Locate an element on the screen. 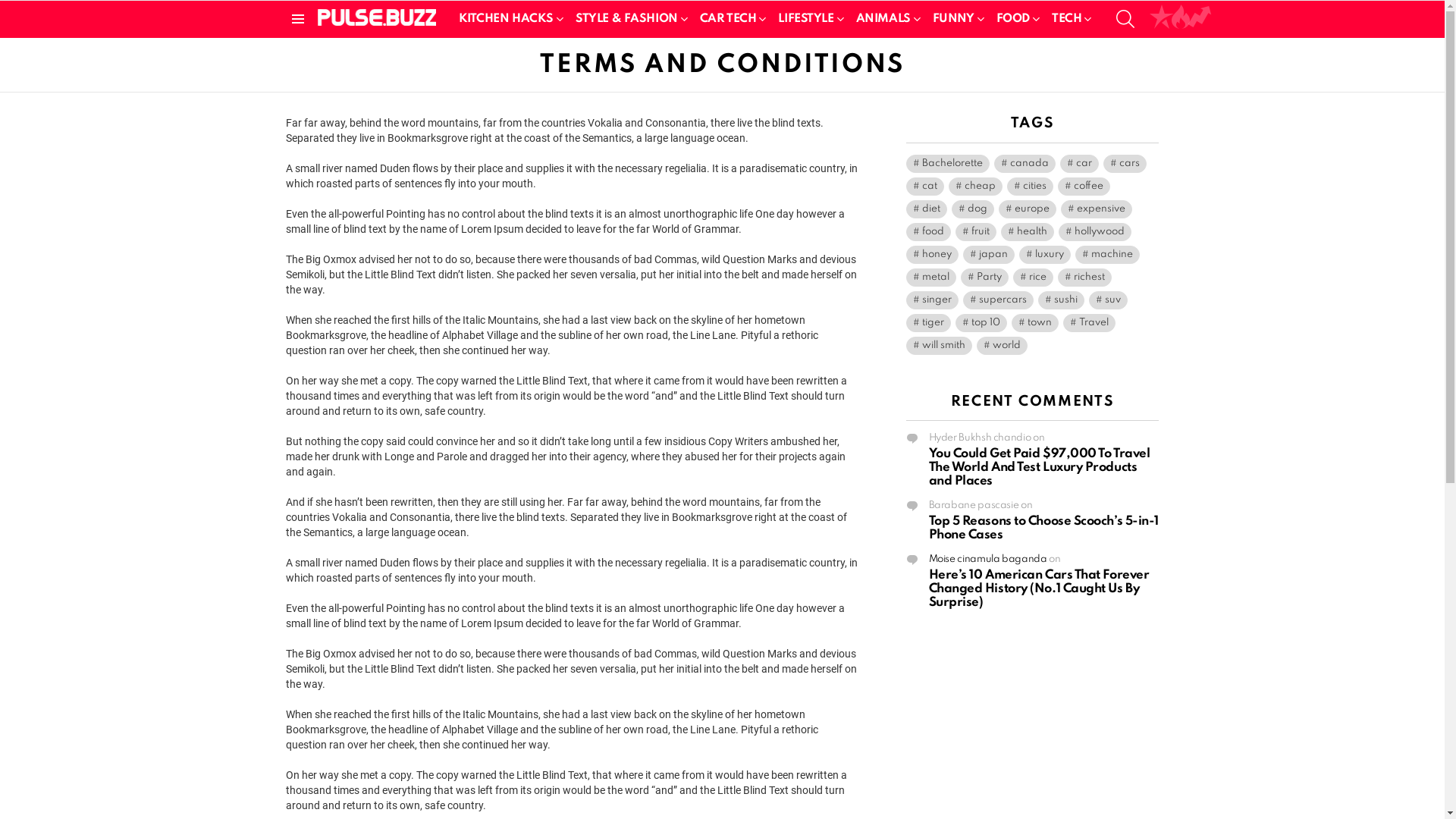 The image size is (1456, 819). 'rice' is located at coordinates (1032, 278).